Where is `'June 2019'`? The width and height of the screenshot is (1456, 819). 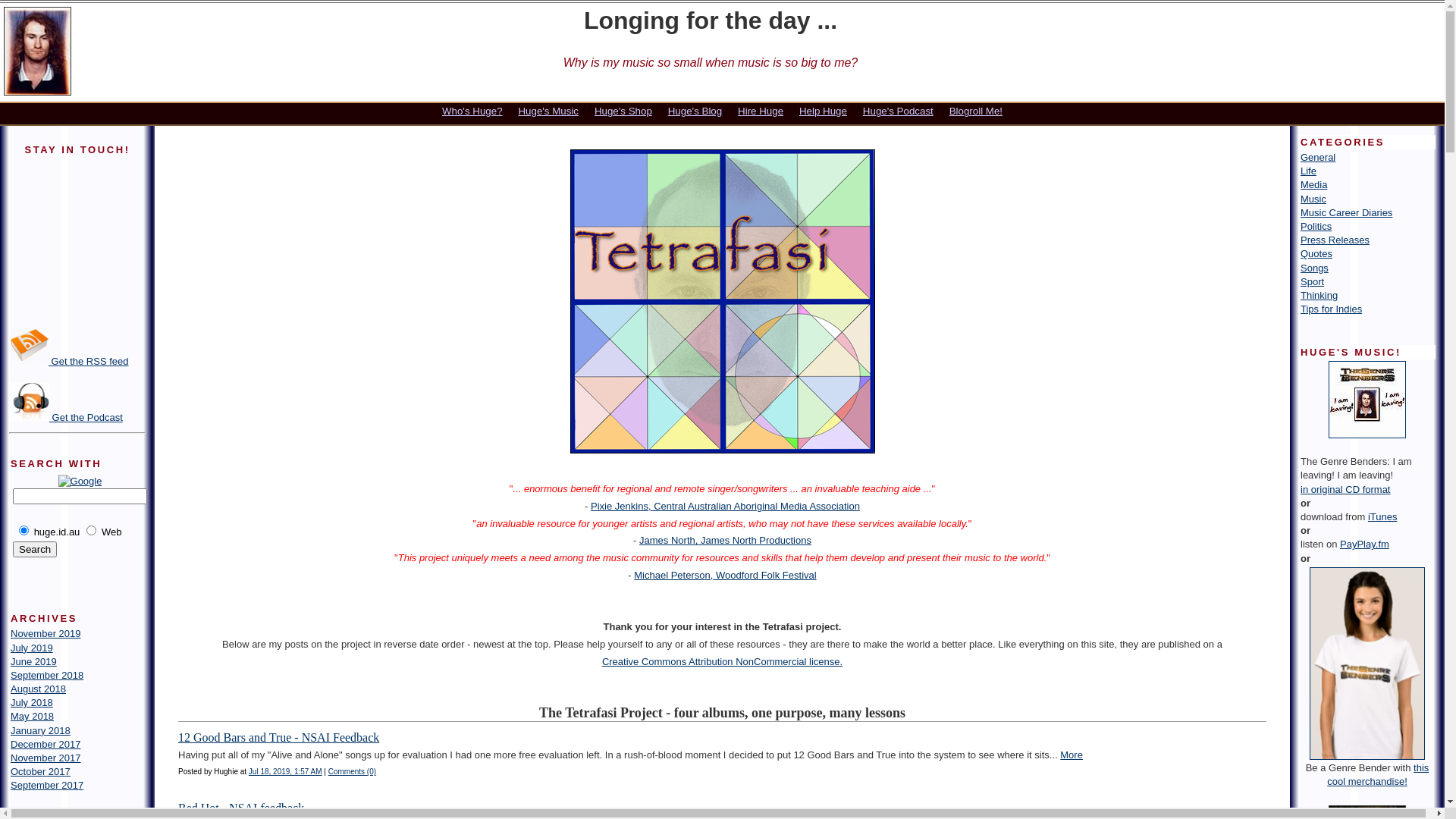 'June 2019' is located at coordinates (33, 661).